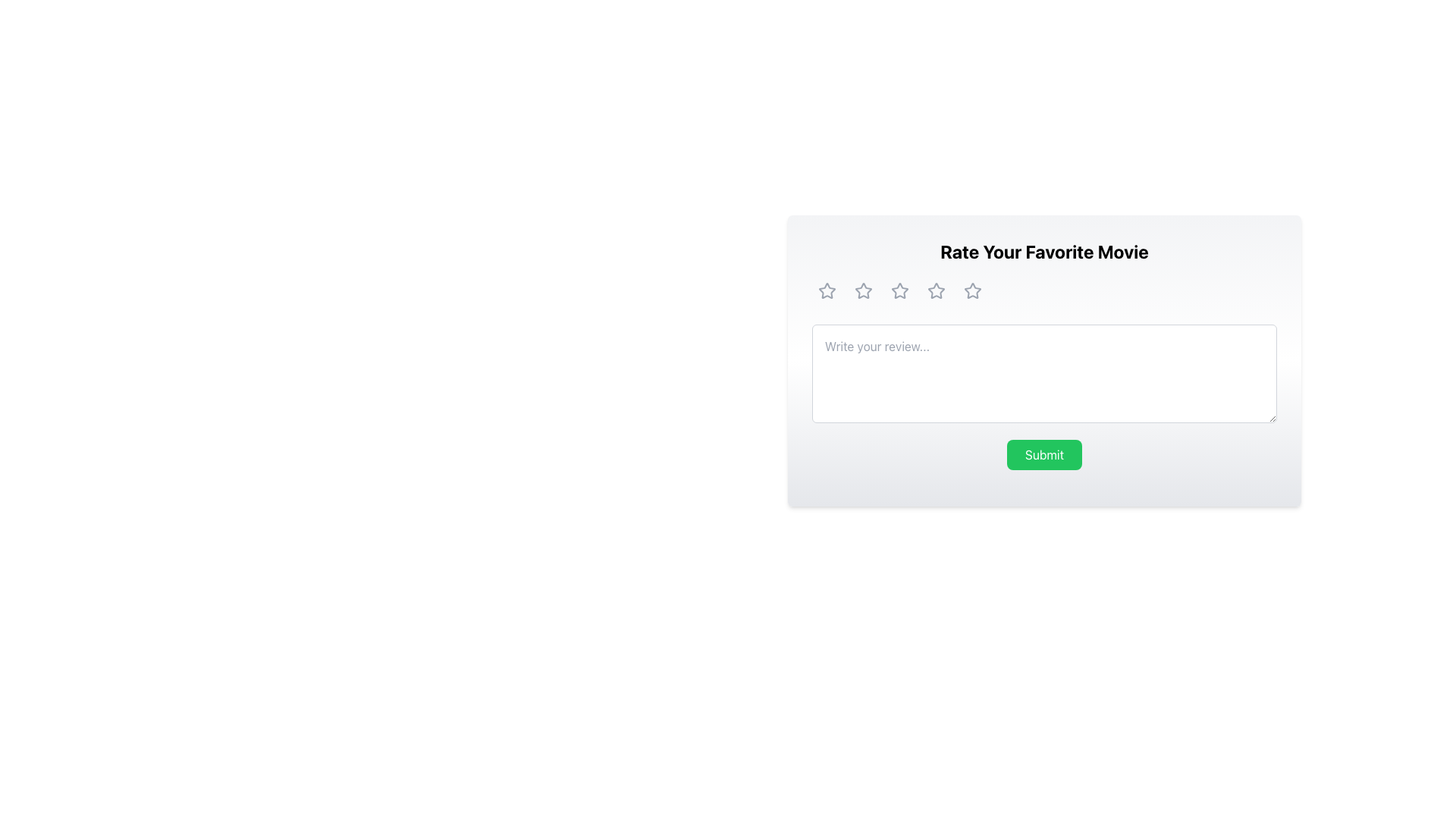  Describe the element at coordinates (863, 291) in the screenshot. I see `the first star icon in the rating component` at that location.